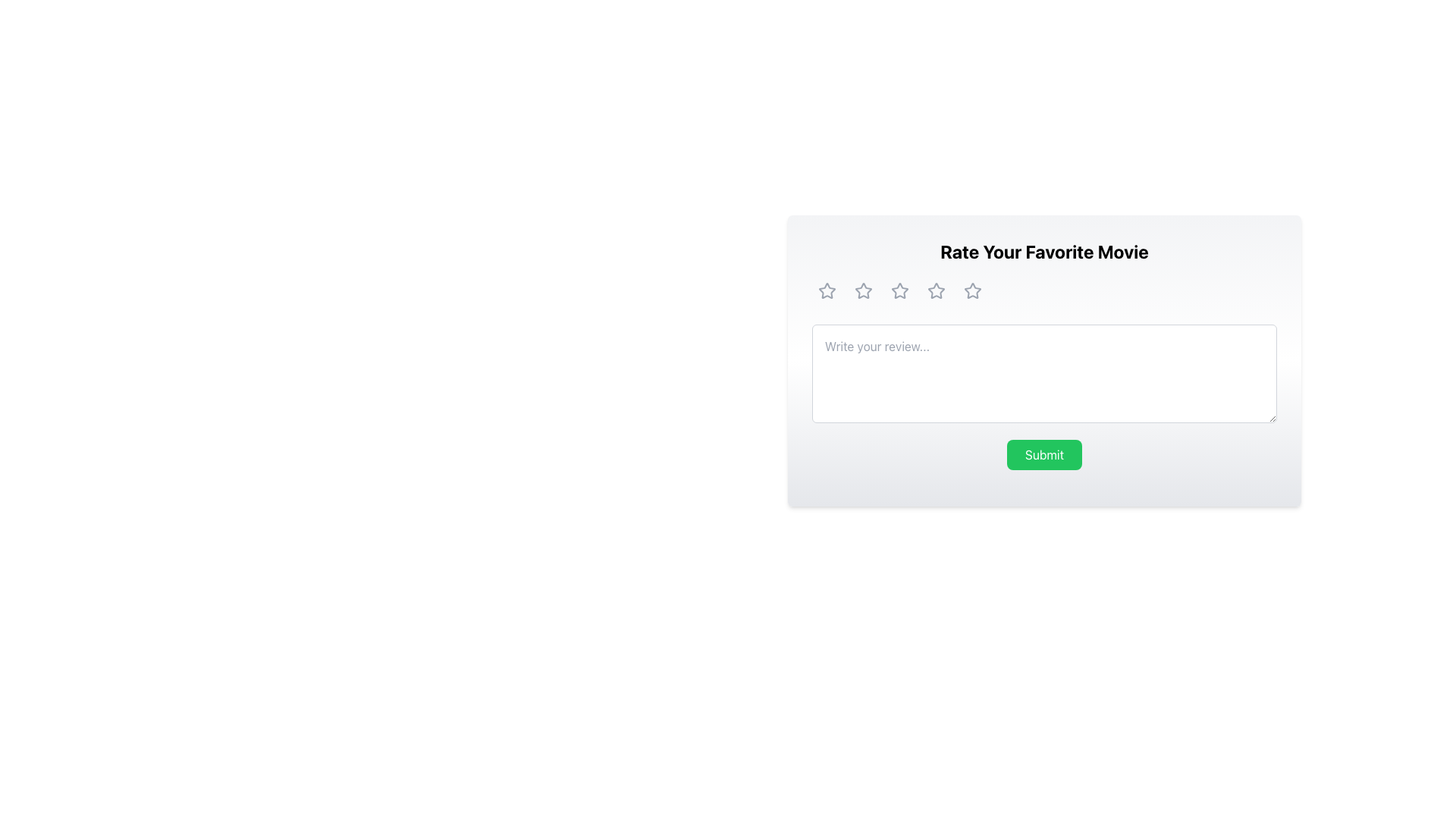  Describe the element at coordinates (863, 291) in the screenshot. I see `the first star icon in the rating component` at that location.